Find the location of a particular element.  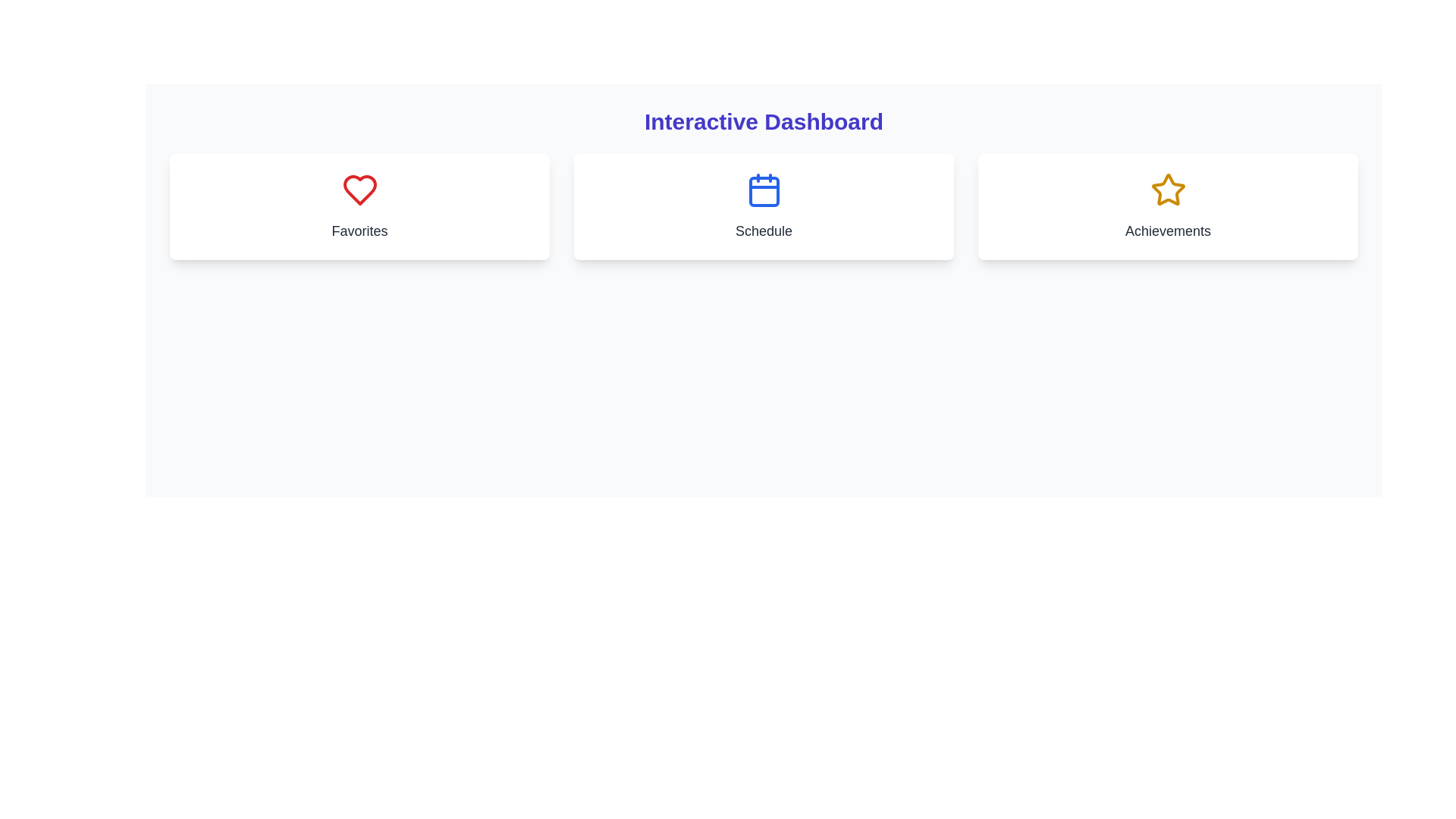

the rightmost card labeled 'Achievements' in the three-card row, which also includes 'Schedule' and 'Favorites' is located at coordinates (1167, 207).